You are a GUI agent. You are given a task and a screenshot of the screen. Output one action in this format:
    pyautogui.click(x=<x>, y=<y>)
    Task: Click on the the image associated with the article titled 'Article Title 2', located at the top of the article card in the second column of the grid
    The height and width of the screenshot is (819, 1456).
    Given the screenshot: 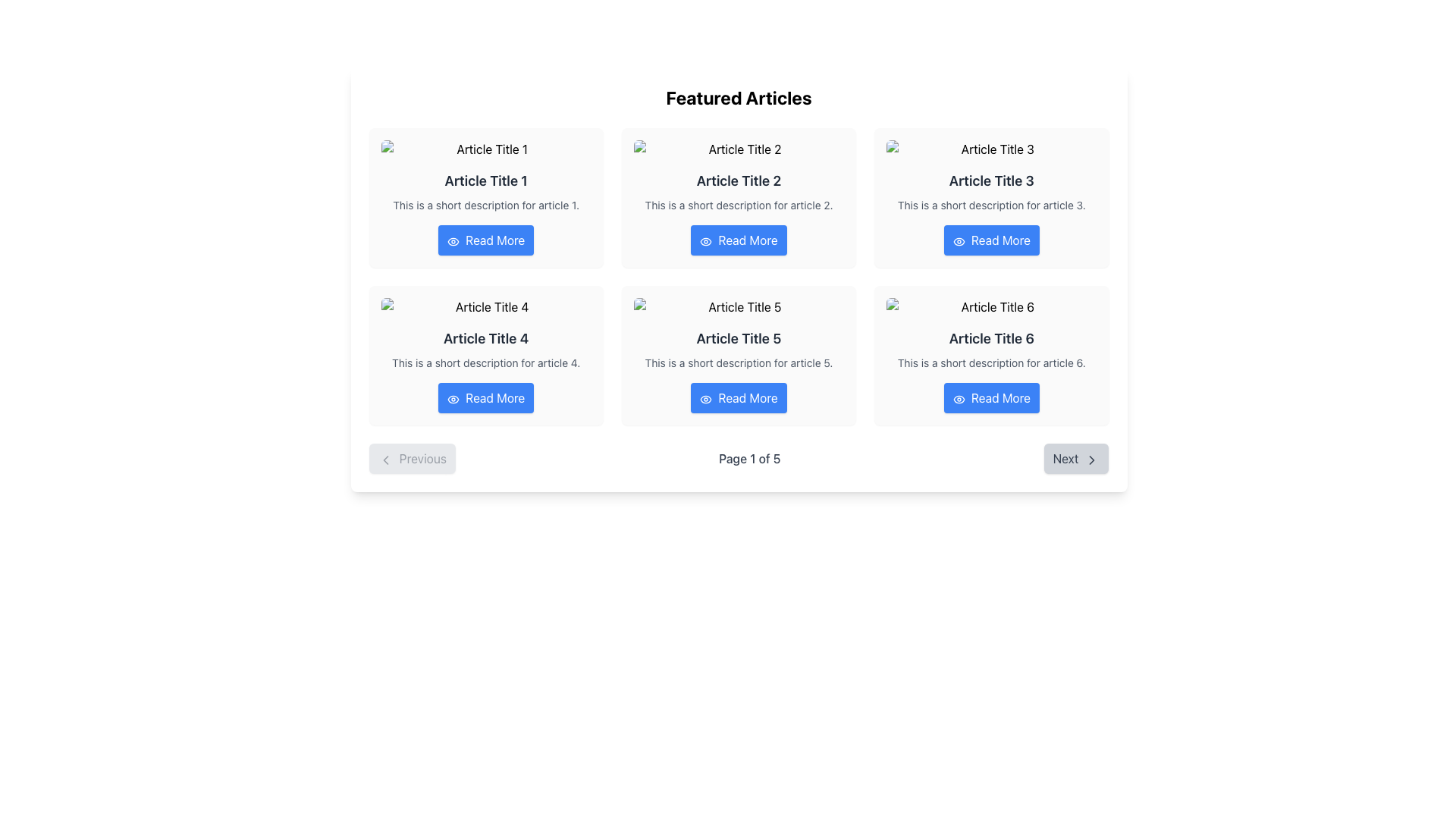 What is the action you would take?
    pyautogui.click(x=739, y=149)
    